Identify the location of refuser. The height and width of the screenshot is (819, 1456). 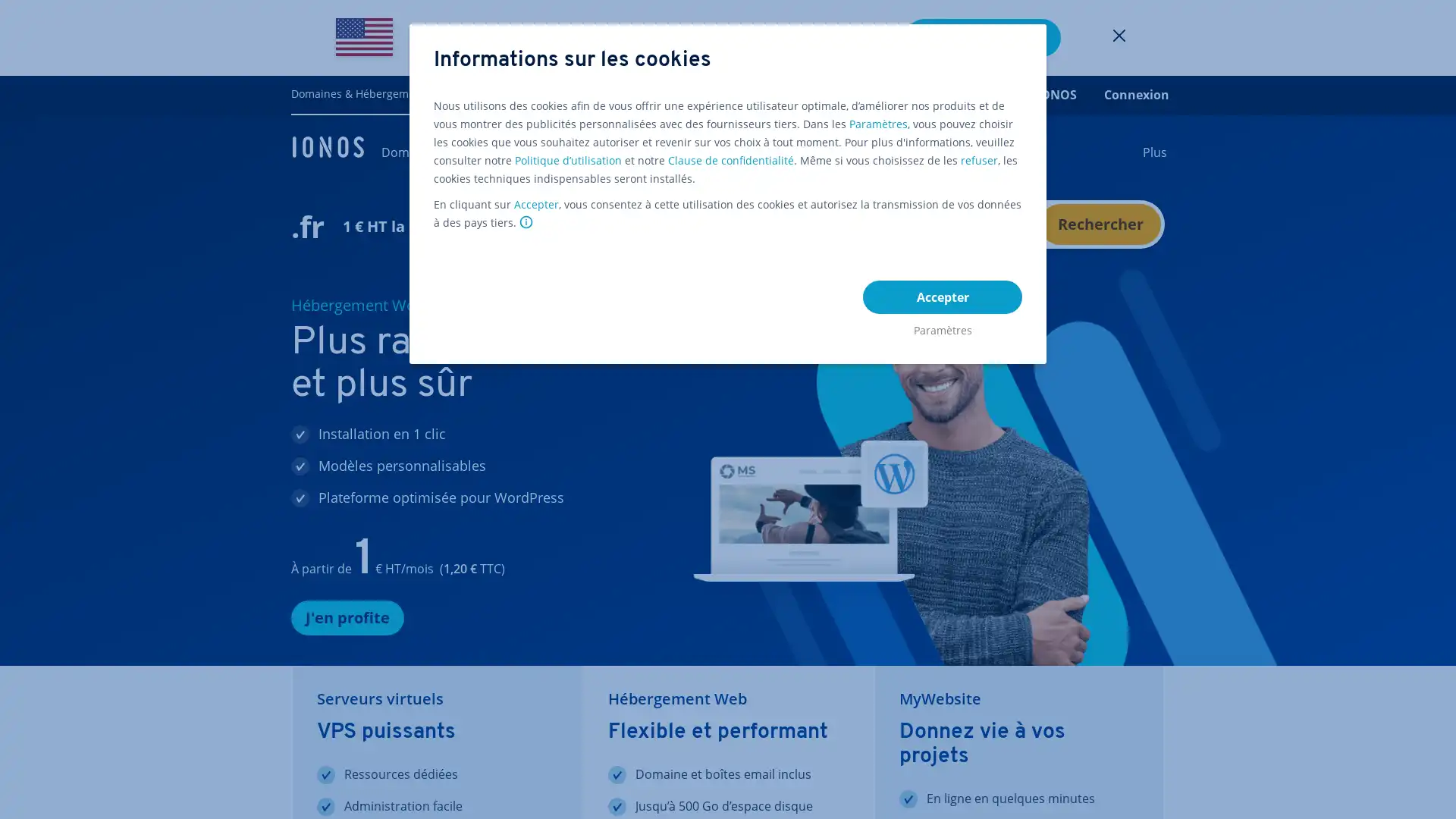
(979, 161).